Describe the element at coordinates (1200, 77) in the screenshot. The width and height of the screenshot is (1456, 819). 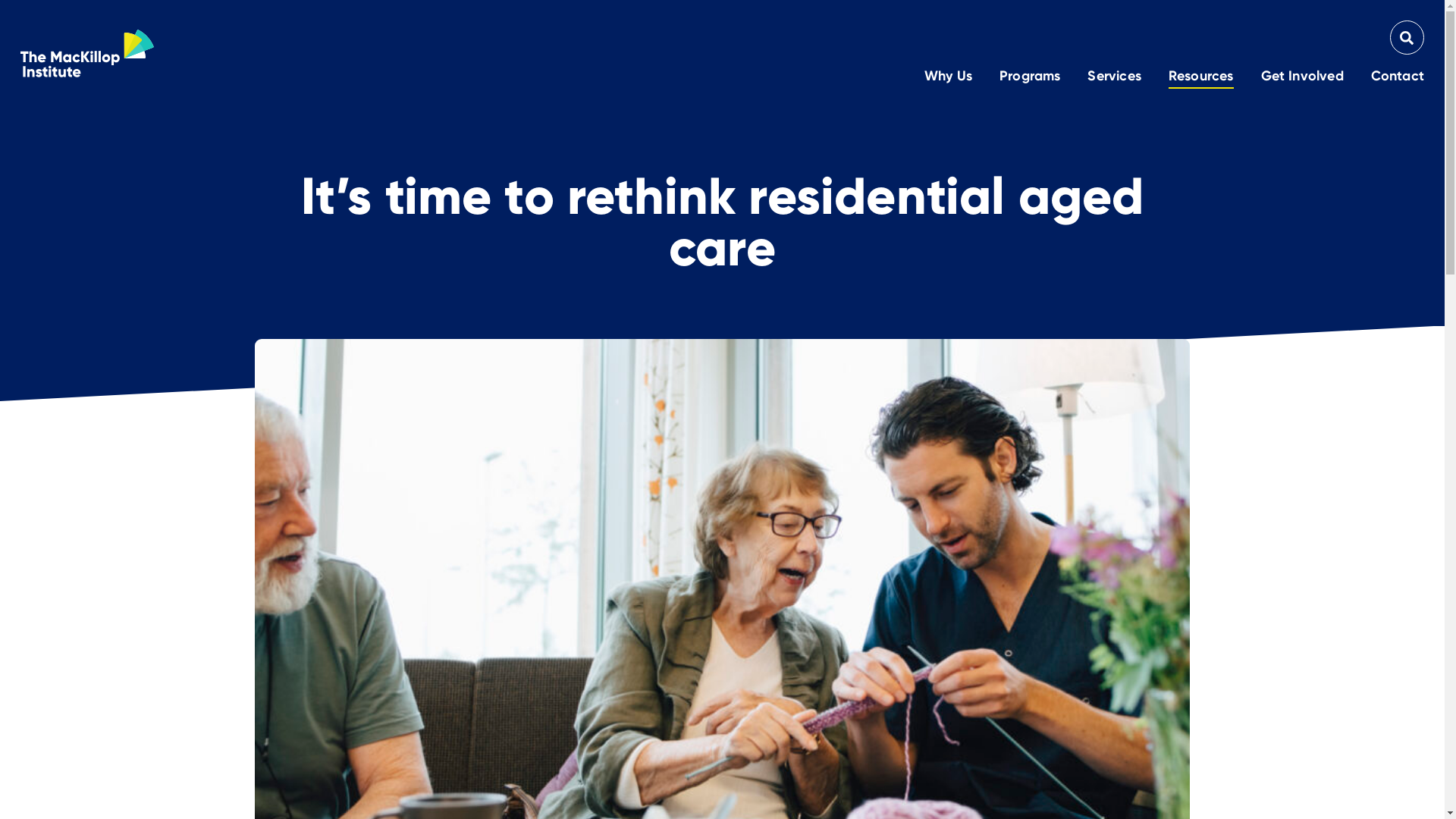
I see `'Resources'` at that location.